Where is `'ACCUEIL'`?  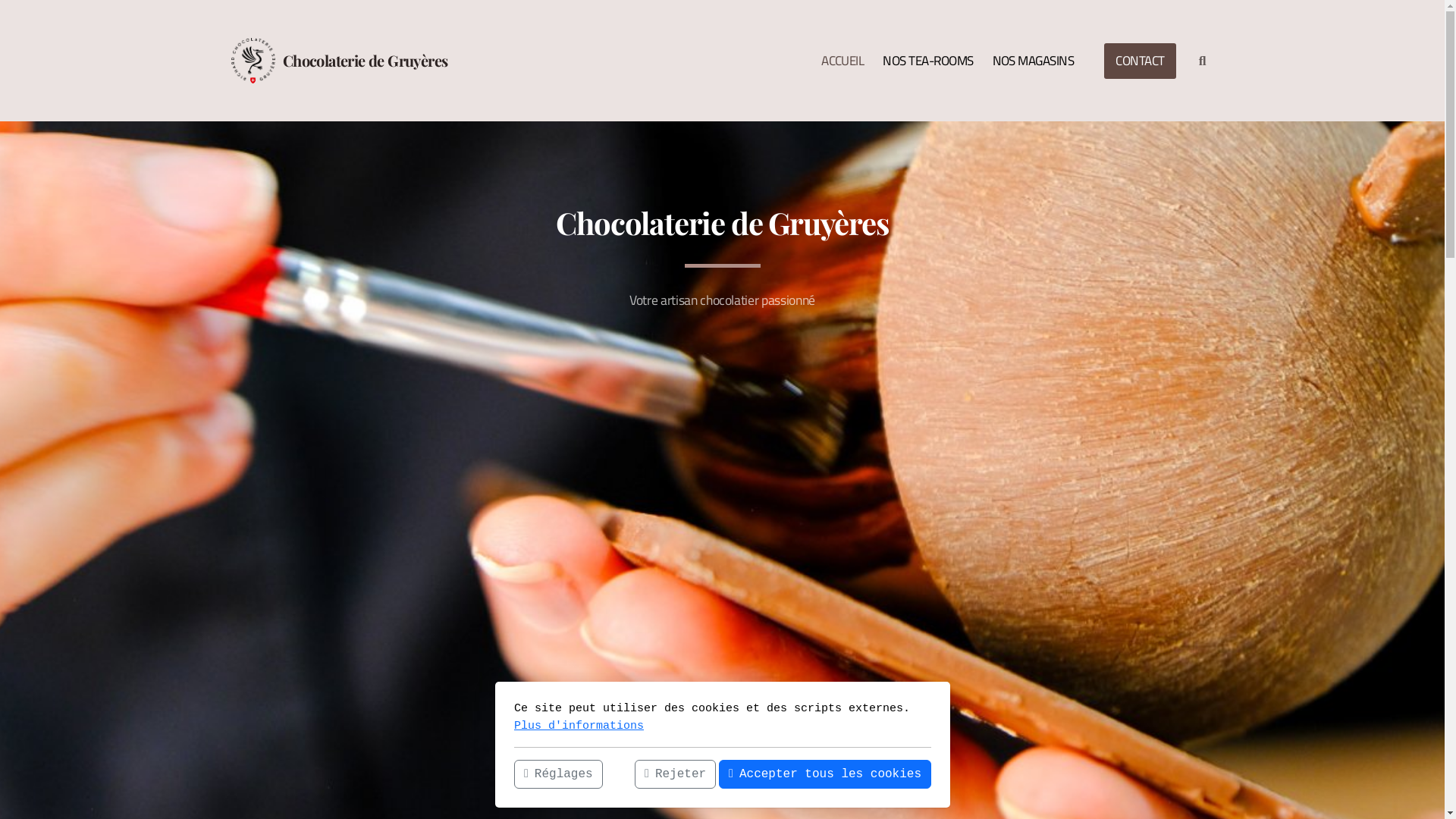
'ACCUEIL' is located at coordinates (813, 60).